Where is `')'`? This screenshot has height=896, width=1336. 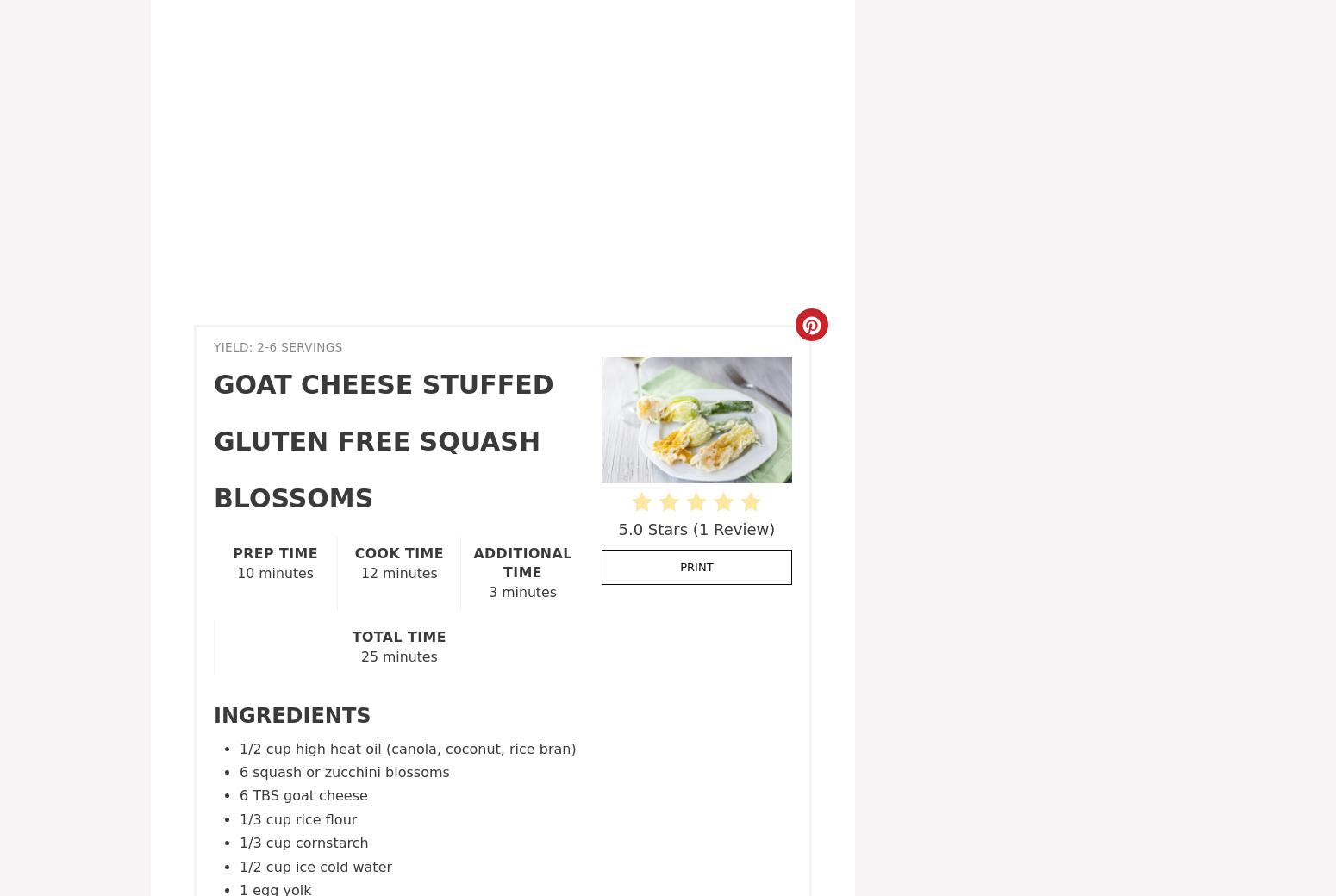
')' is located at coordinates (771, 527).